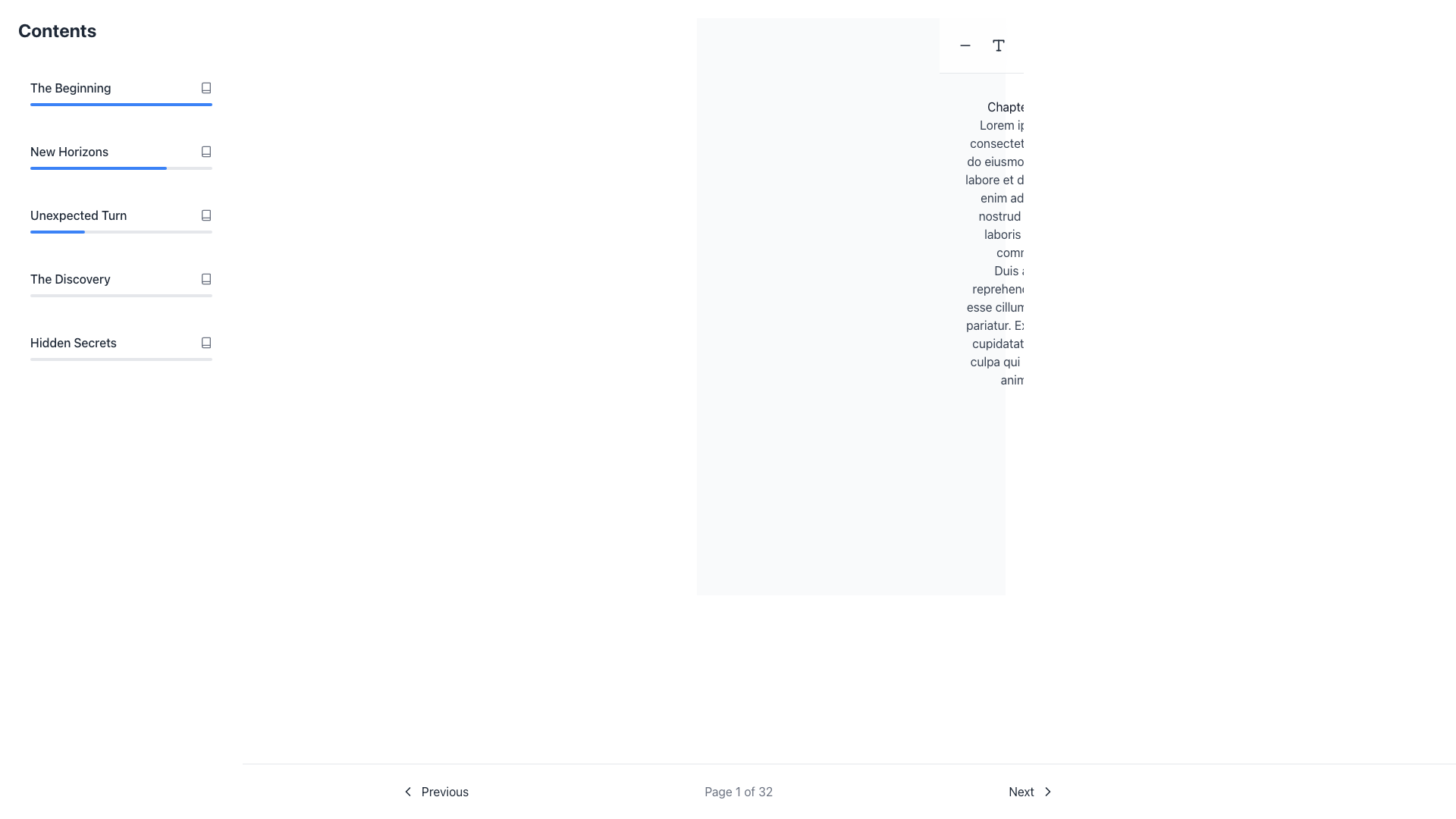  I want to click on the progress bar that visually represents the completion related to 'The Beginning', positioned beneath the corresponding text, so click(120, 104).